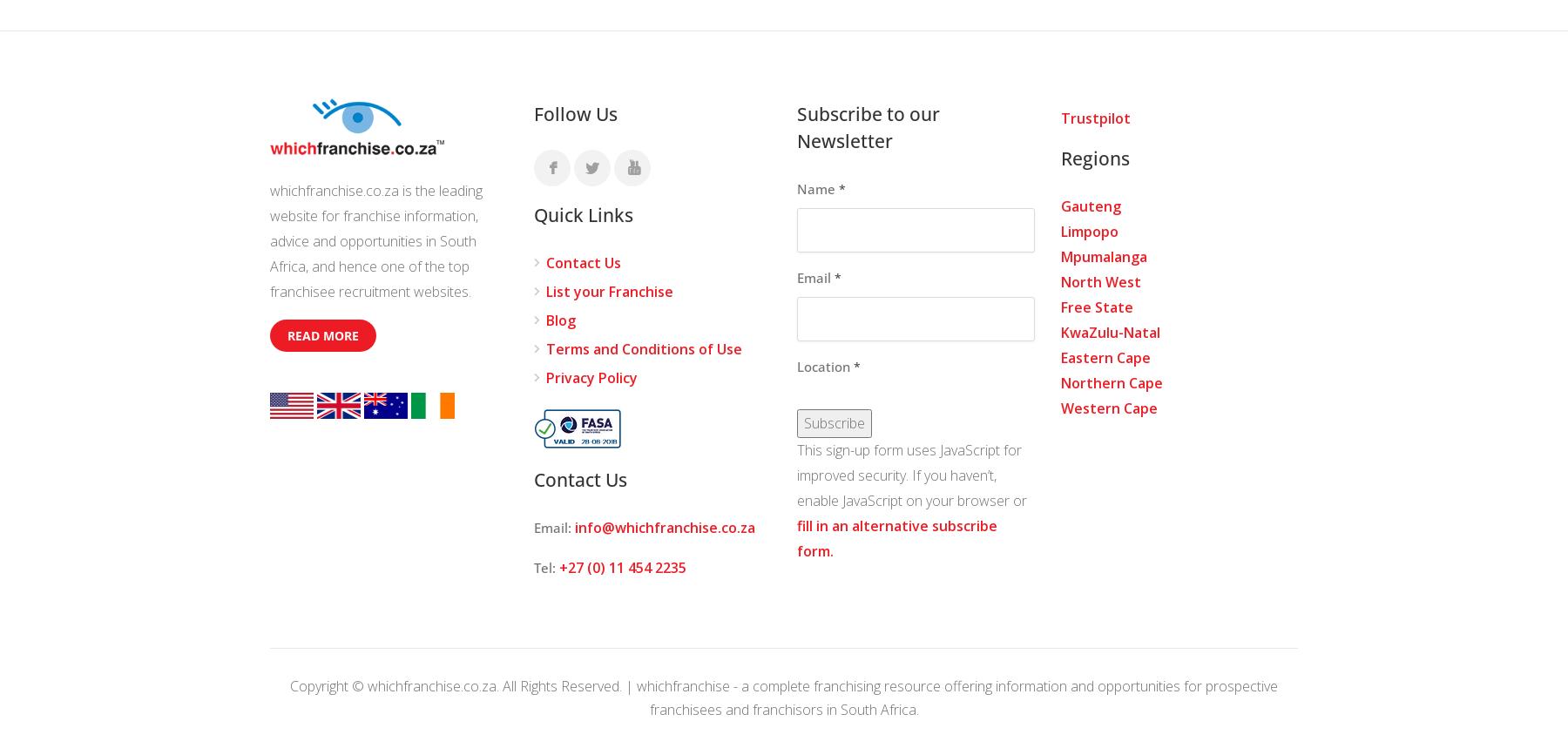 The image size is (1568, 748). What do you see at coordinates (1090, 206) in the screenshot?
I see `'Gauteng'` at bounding box center [1090, 206].